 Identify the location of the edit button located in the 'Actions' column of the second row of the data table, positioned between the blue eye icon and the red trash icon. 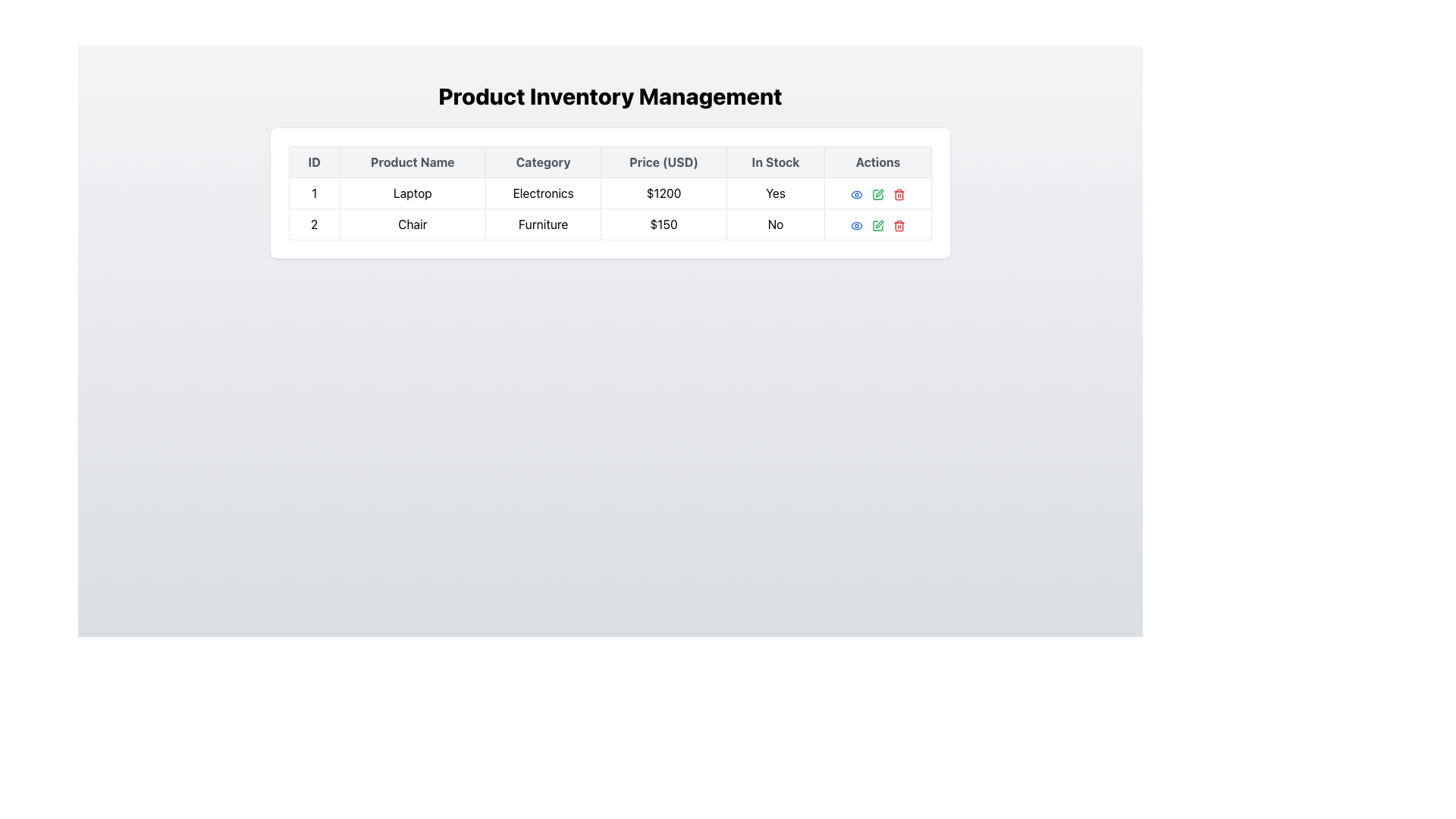
(877, 192).